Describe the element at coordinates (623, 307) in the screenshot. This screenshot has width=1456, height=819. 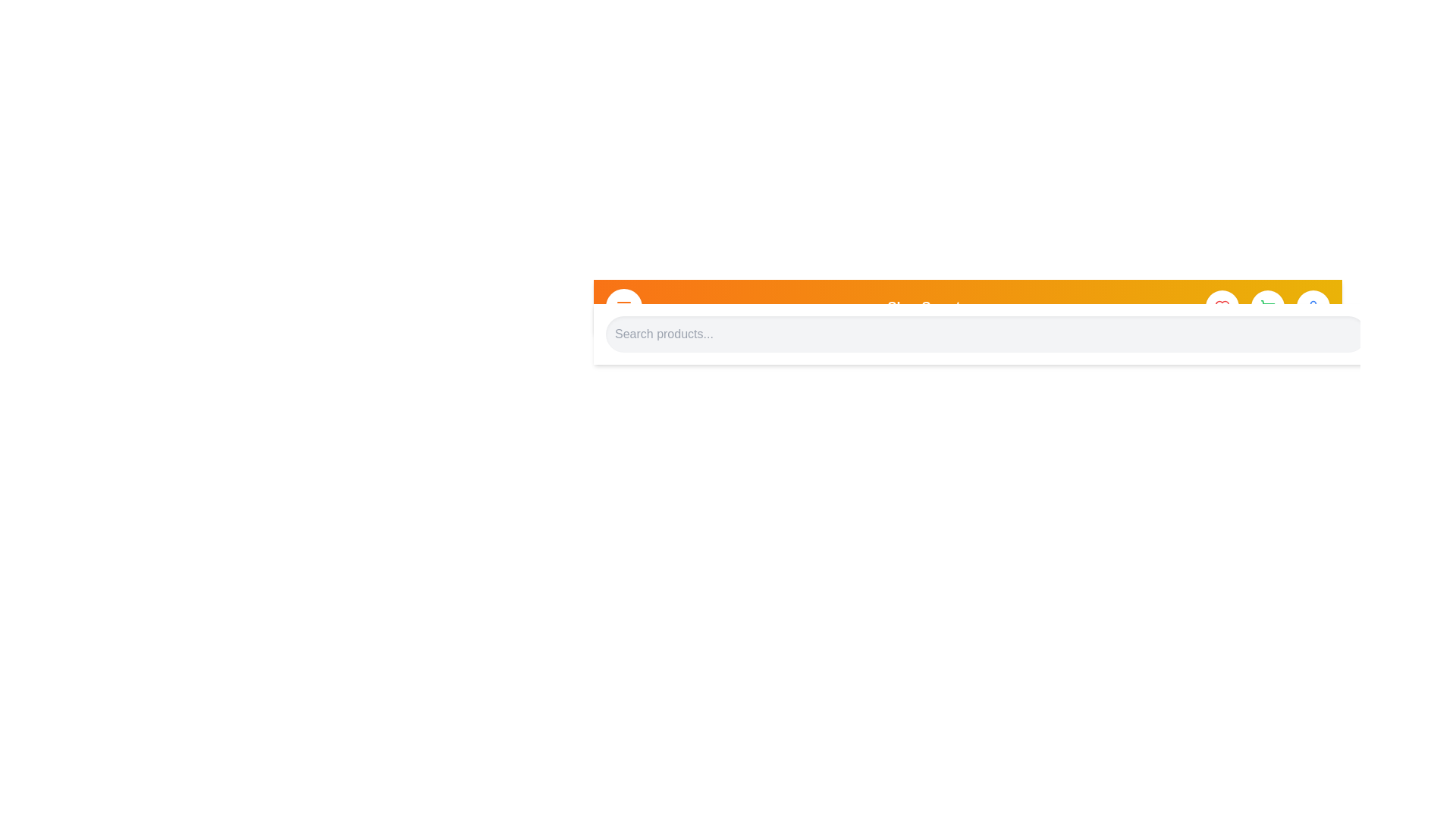
I see `the menu toggle button to toggle the menu visibility` at that location.